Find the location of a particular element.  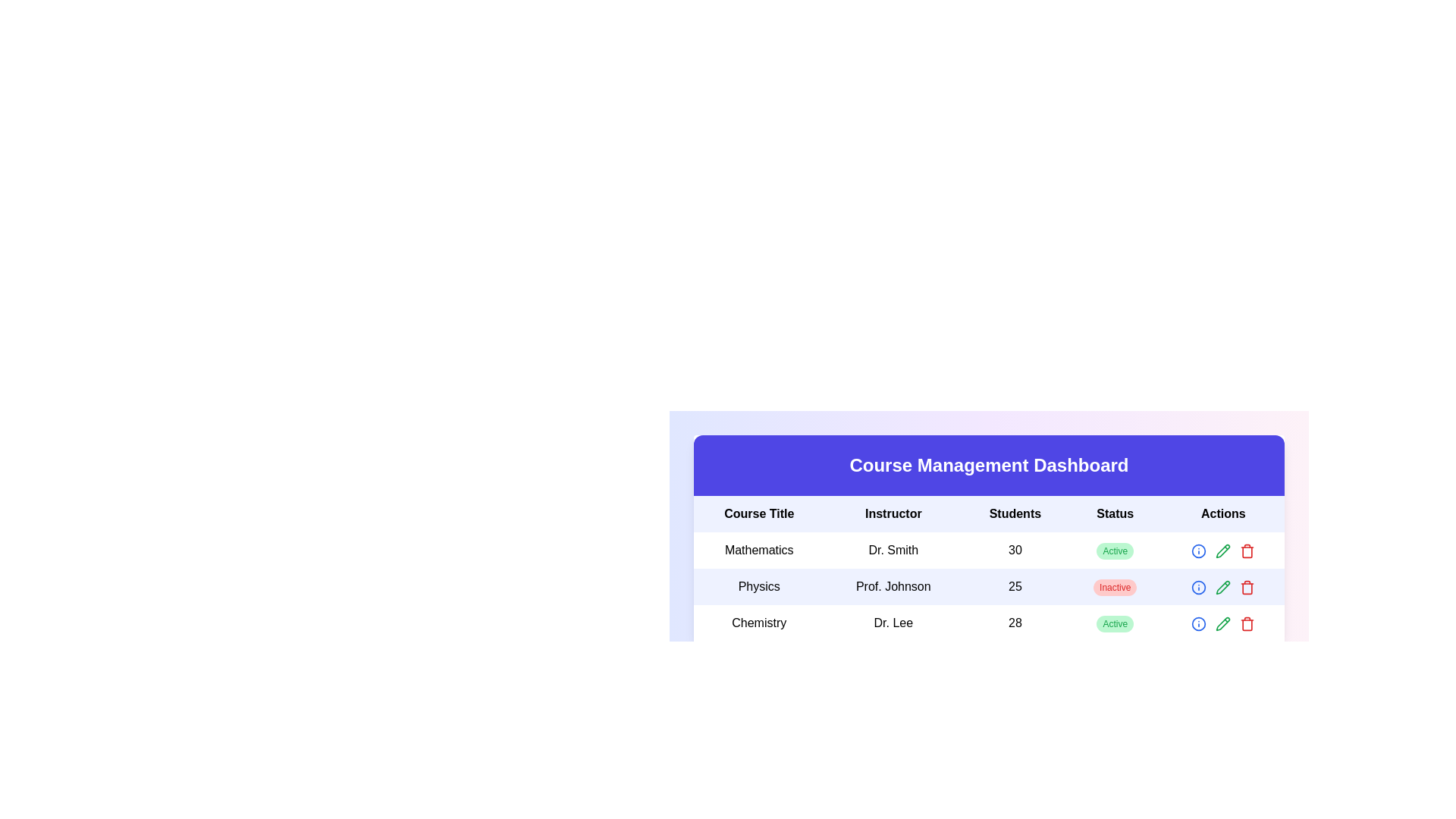

the red trash can icon button in the Actions column of the data table is located at coordinates (1247, 551).